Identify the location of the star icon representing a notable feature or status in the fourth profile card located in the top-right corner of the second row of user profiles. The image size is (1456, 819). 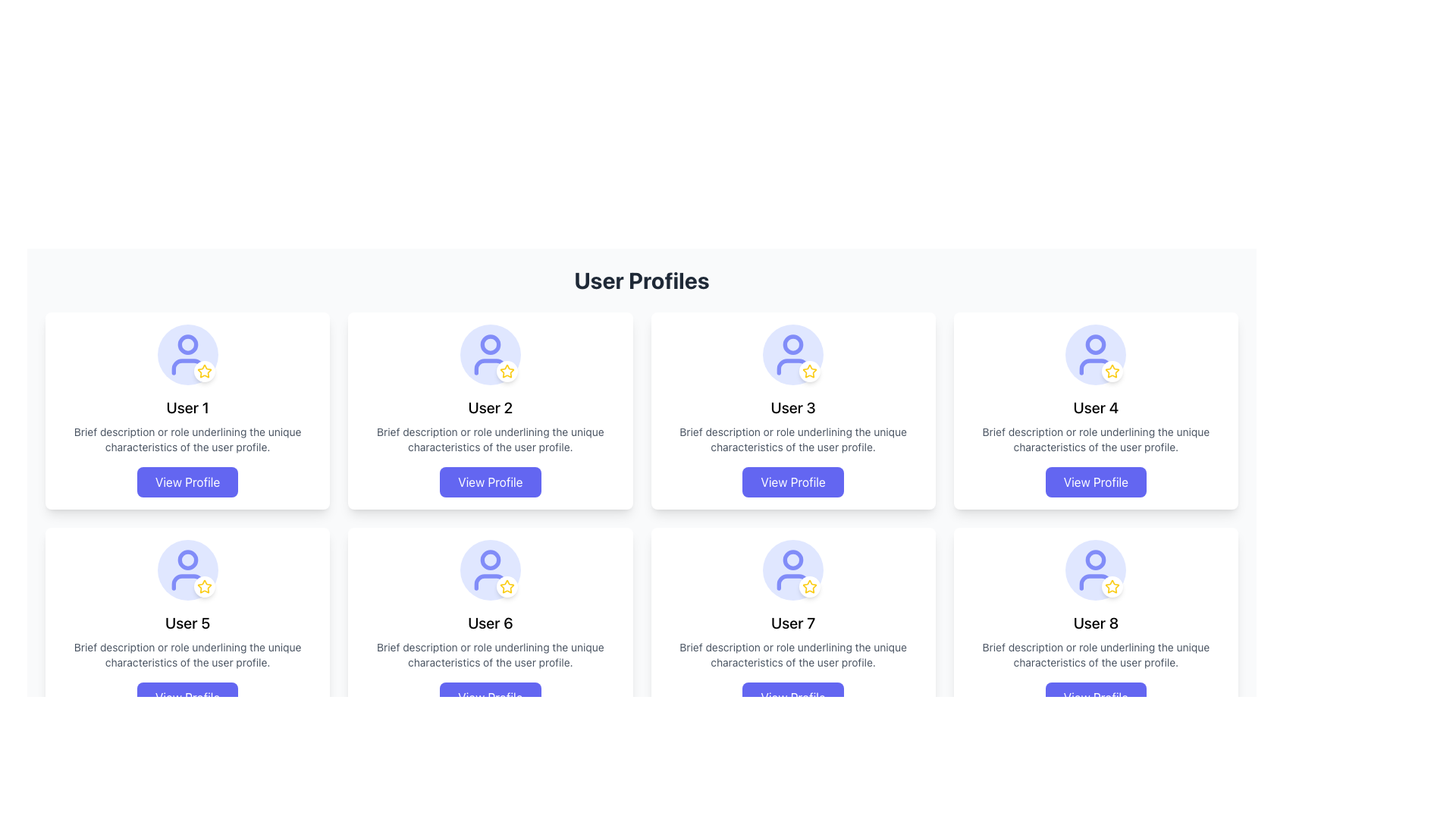
(1112, 371).